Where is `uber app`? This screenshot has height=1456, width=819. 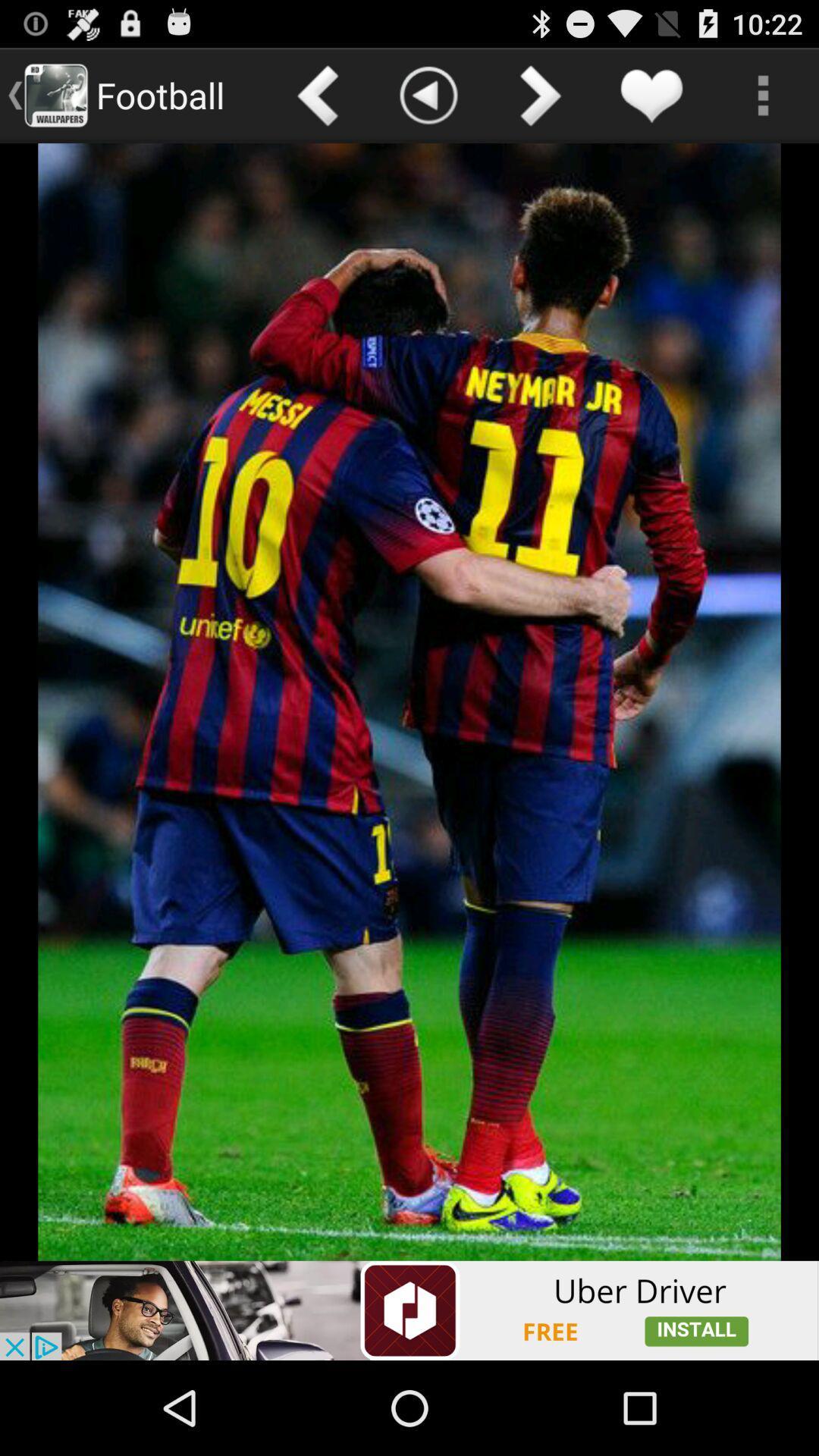
uber app is located at coordinates (409, 1310).